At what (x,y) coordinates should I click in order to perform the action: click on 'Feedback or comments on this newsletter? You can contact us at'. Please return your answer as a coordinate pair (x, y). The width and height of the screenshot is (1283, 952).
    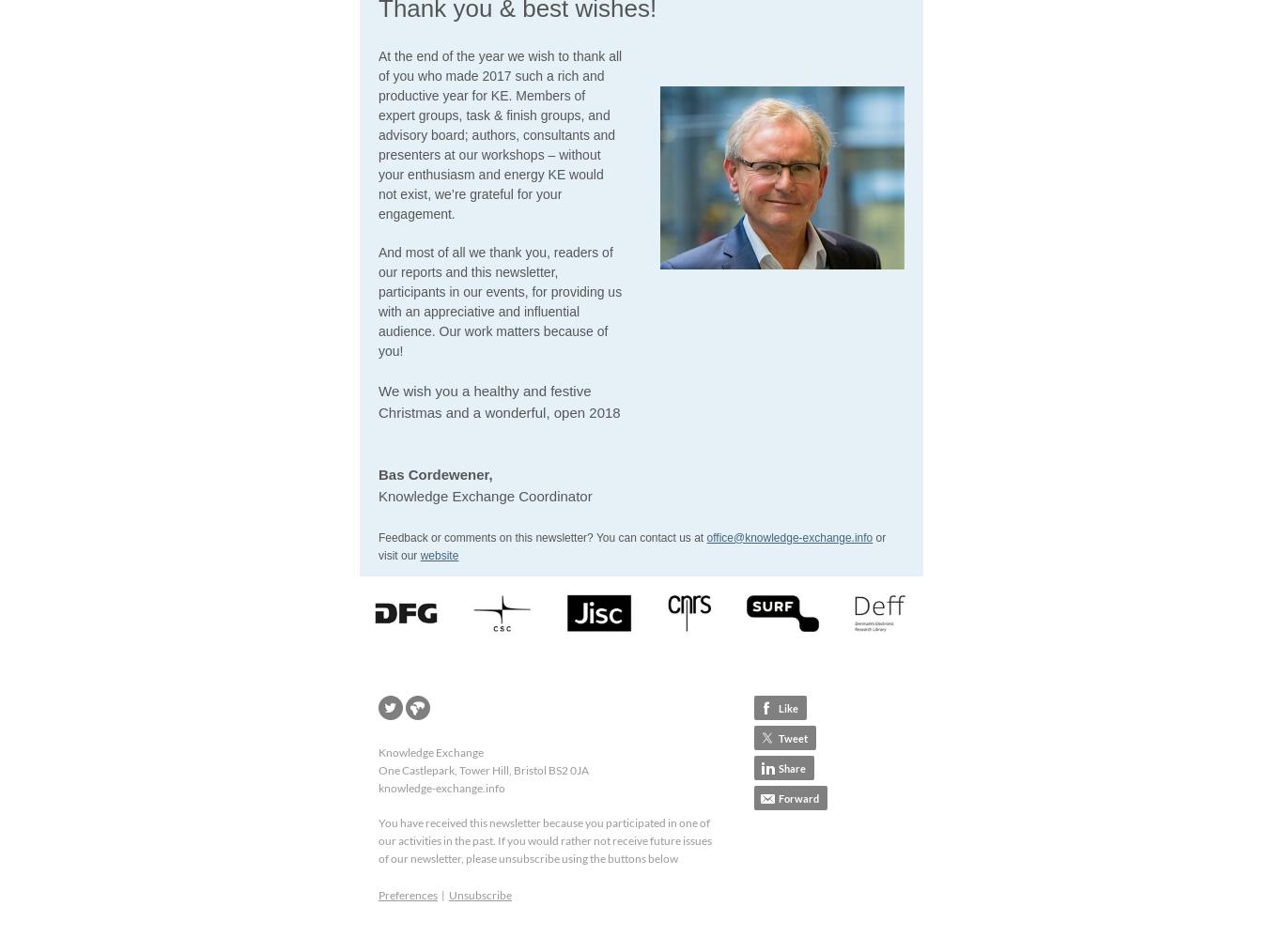
    Looking at the image, I should click on (377, 535).